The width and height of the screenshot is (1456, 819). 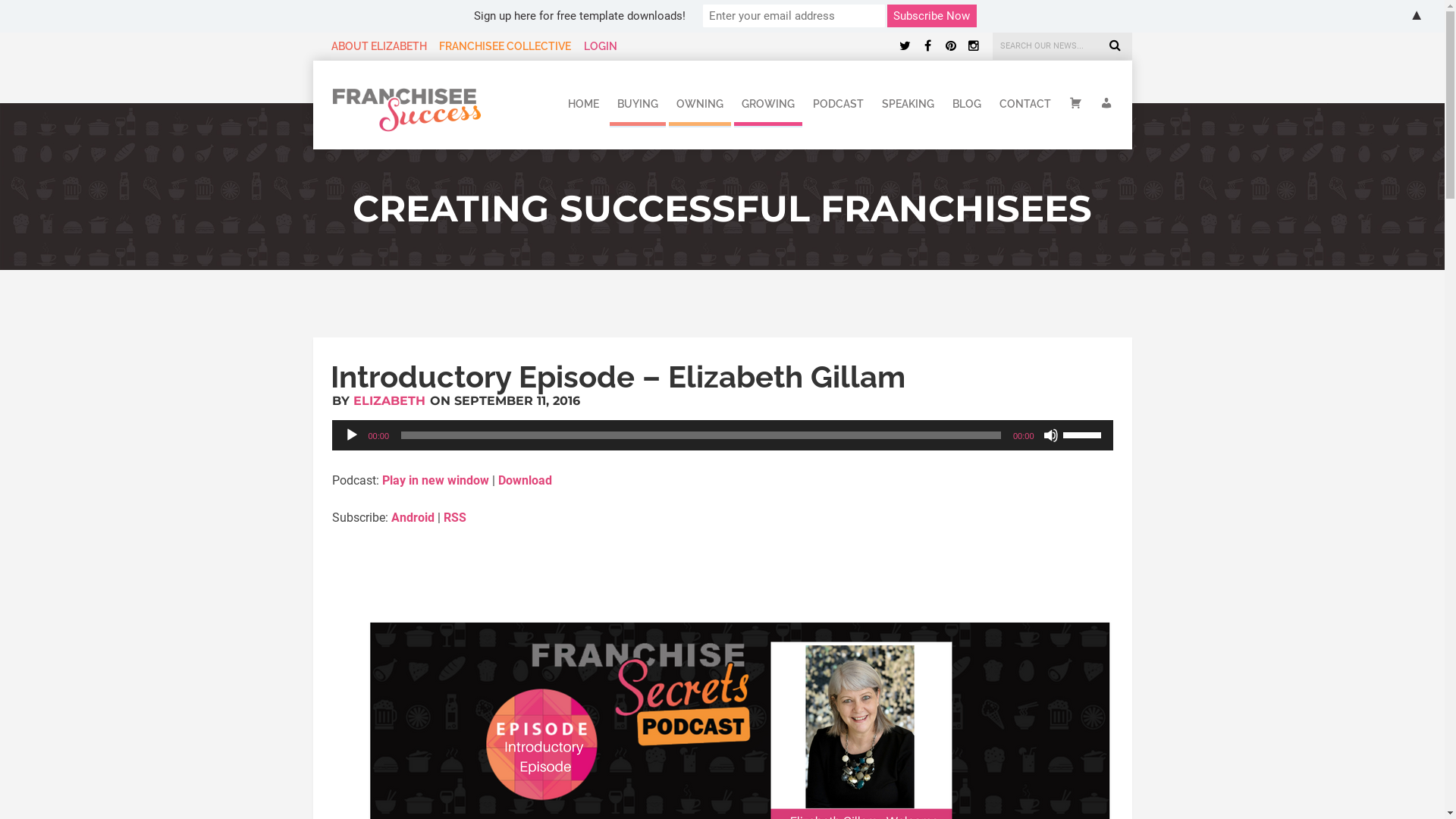 I want to click on 'BLOG', so click(x=966, y=100).